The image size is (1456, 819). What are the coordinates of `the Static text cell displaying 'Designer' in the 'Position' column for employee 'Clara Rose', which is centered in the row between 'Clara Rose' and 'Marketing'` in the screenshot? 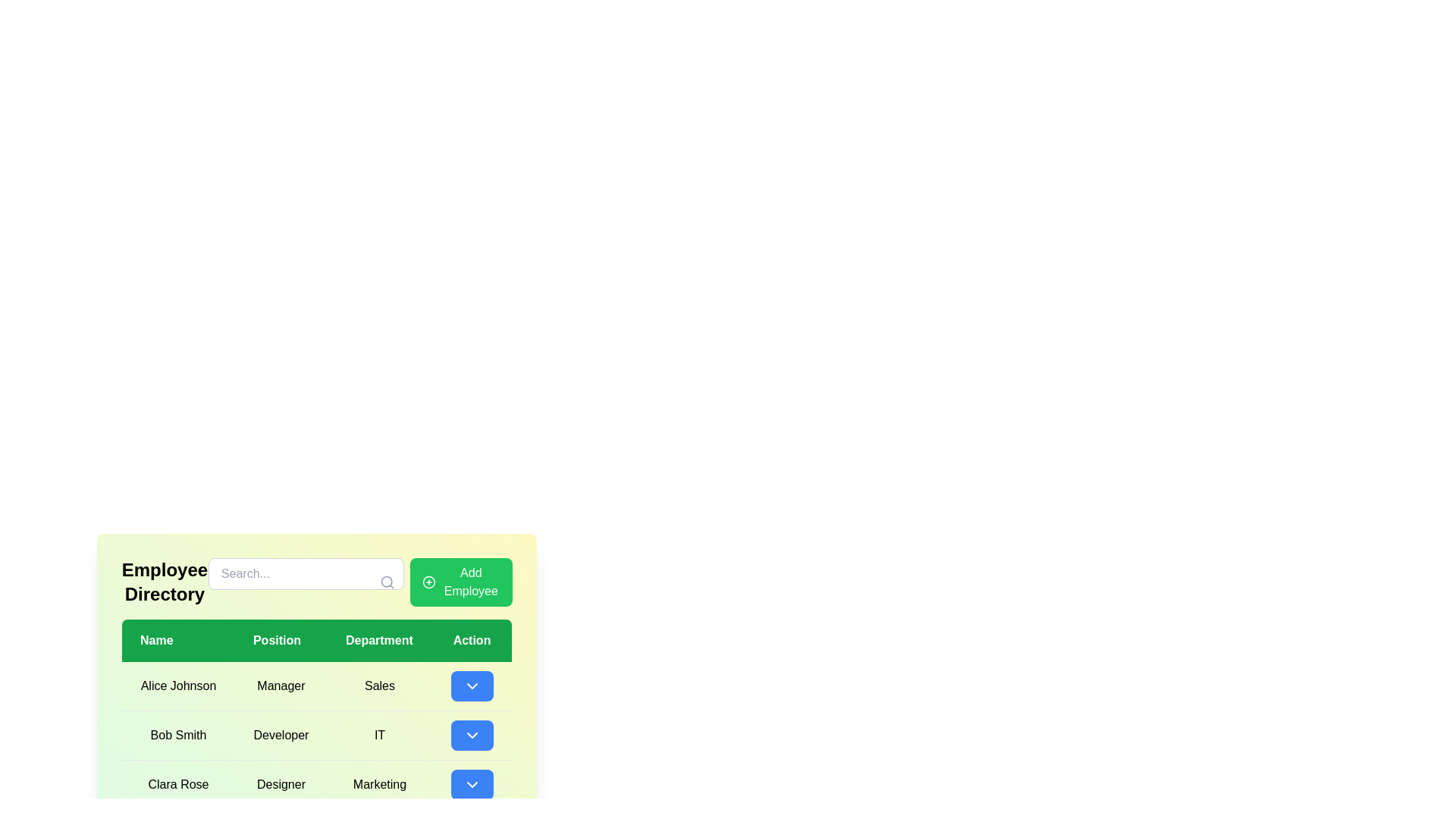 It's located at (281, 784).